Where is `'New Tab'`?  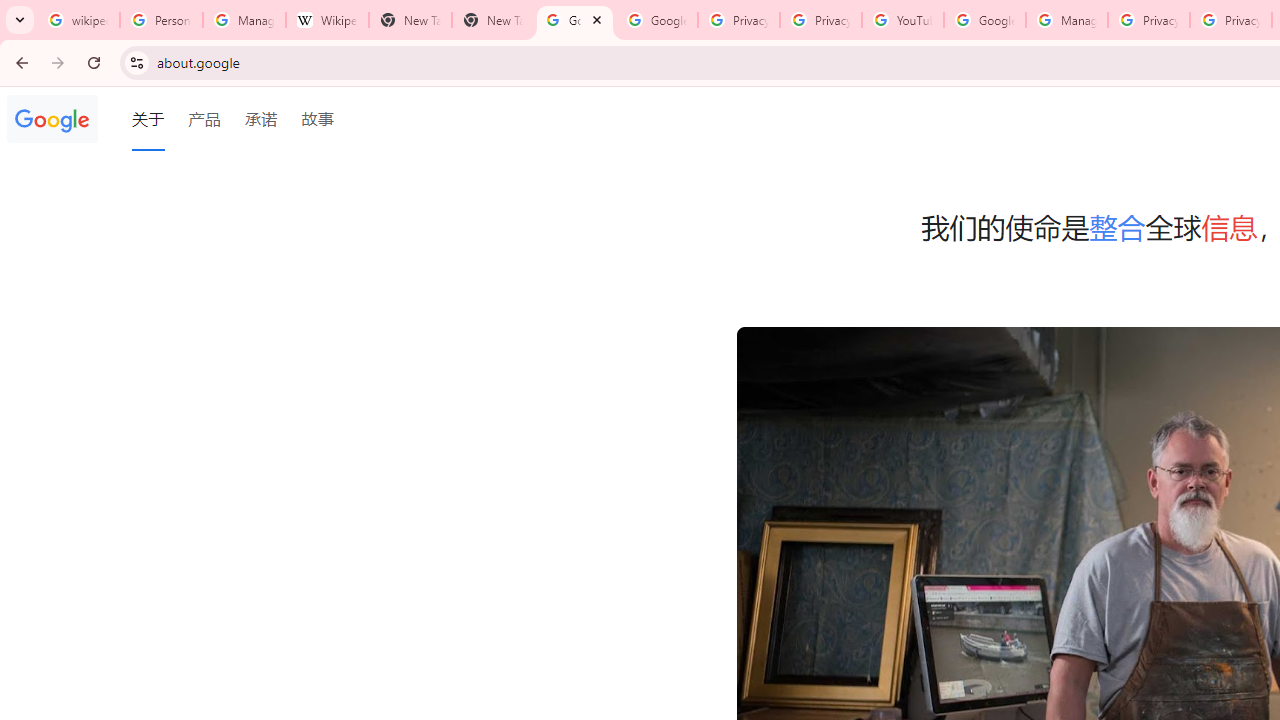
'New Tab' is located at coordinates (492, 20).